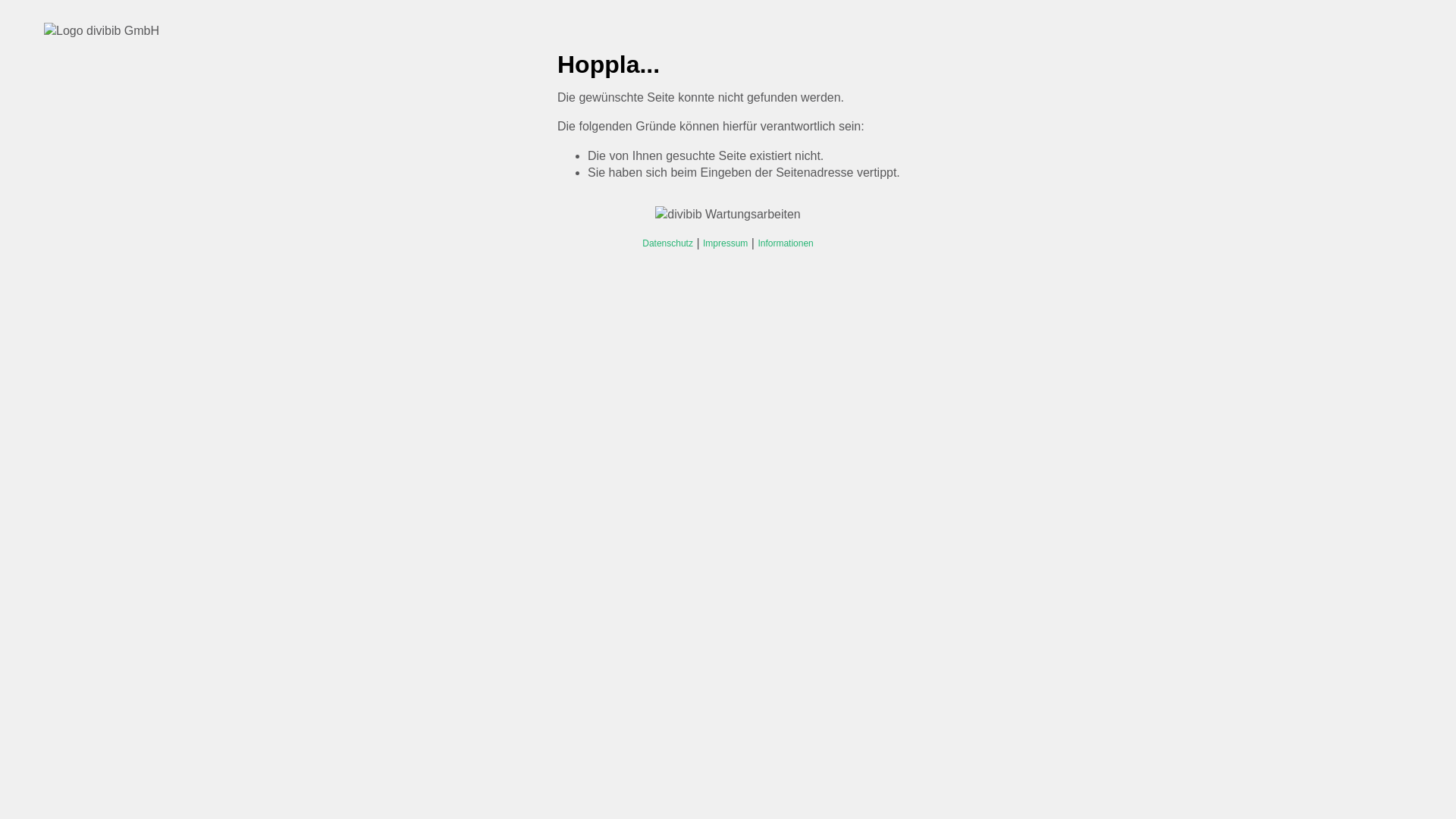  Describe the element at coordinates (724, 243) in the screenshot. I see `'Impressum'` at that location.